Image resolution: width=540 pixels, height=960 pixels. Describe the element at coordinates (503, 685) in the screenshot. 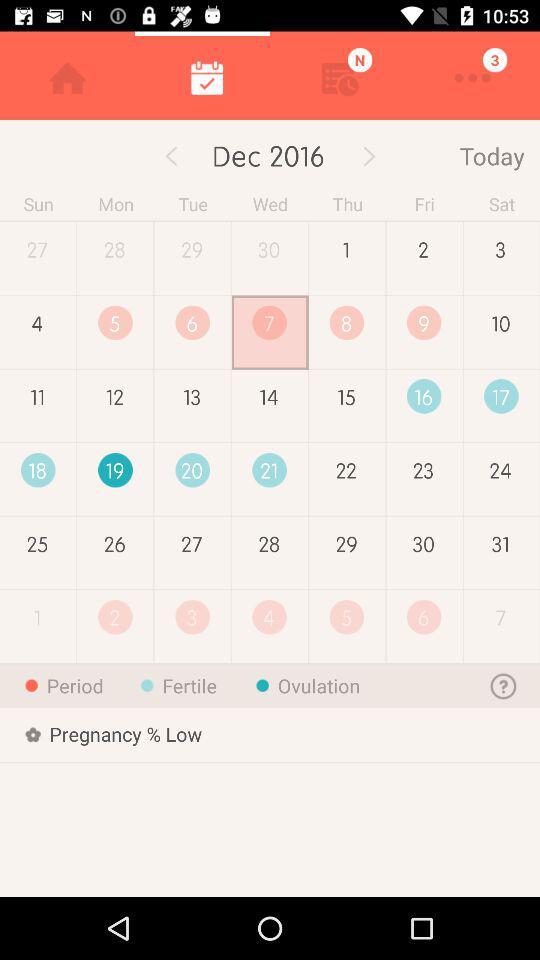

I see `information` at that location.